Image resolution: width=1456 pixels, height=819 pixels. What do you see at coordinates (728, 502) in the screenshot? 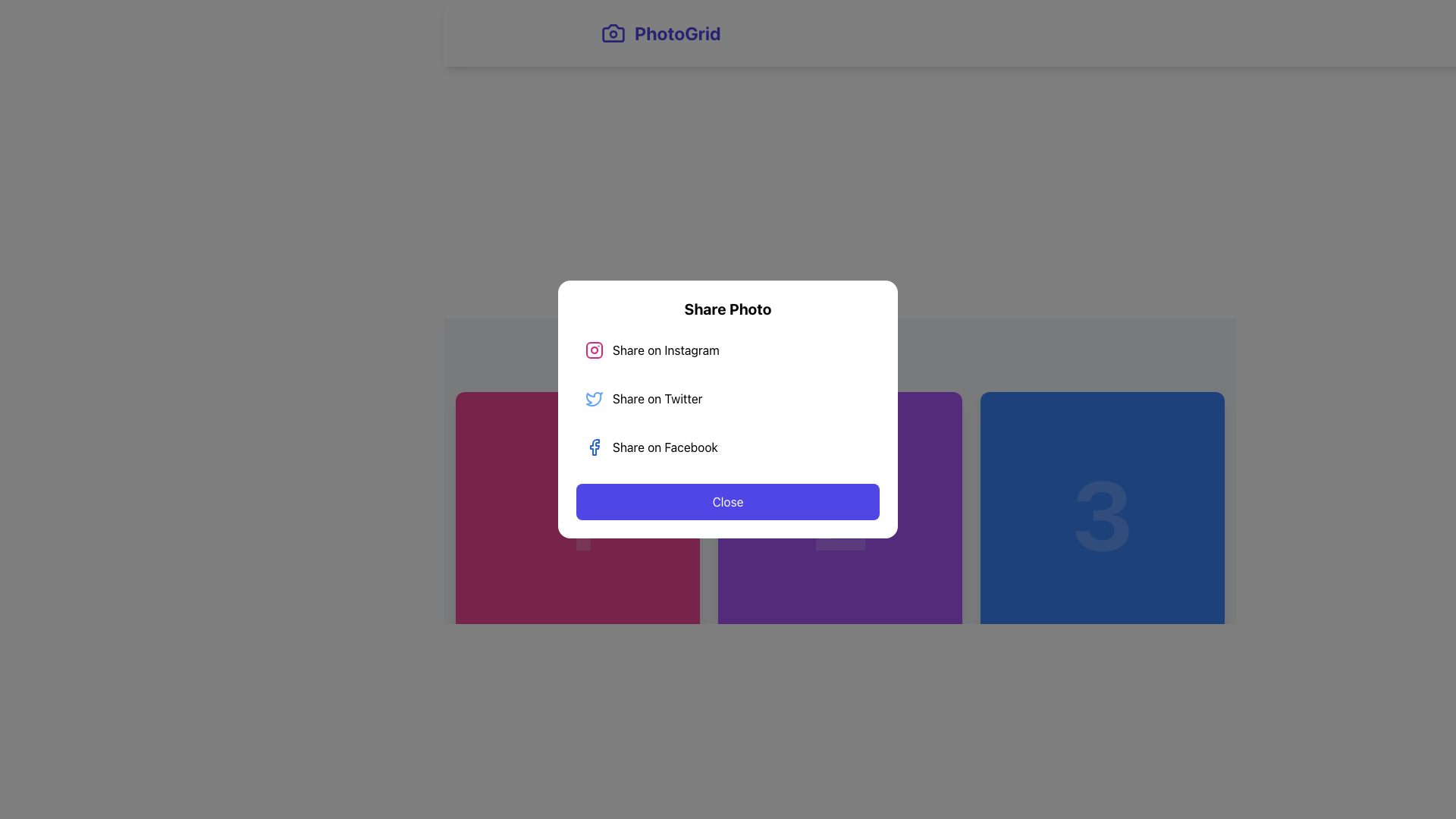
I see `the close button at the bottom of the 'Share Photo' modal dialog` at bounding box center [728, 502].